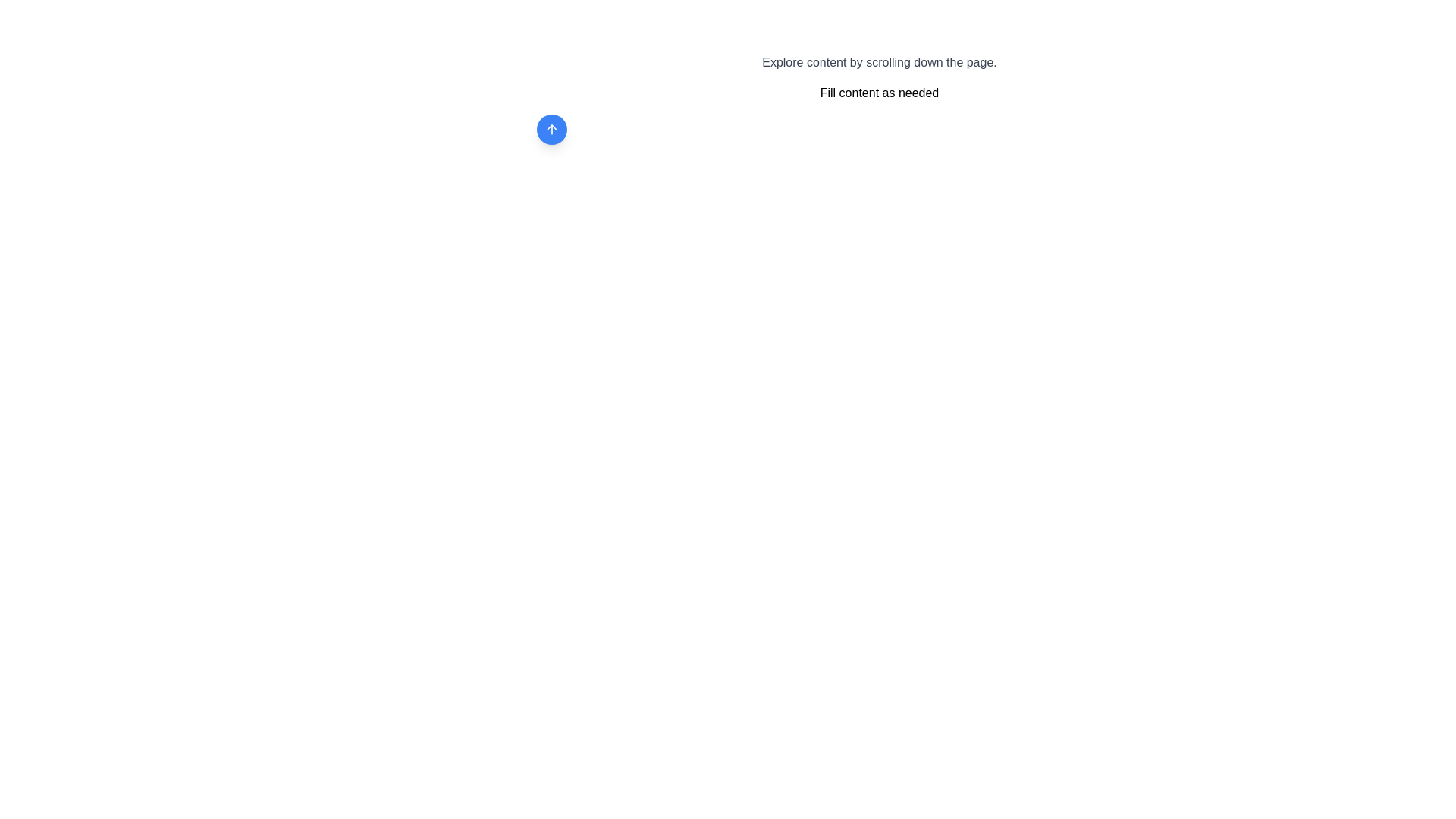 This screenshot has height=819, width=1456. Describe the element at coordinates (551, 128) in the screenshot. I see `the upward direction icon located at the center of the circular button positioned towards the left-center region of the interface` at that location.